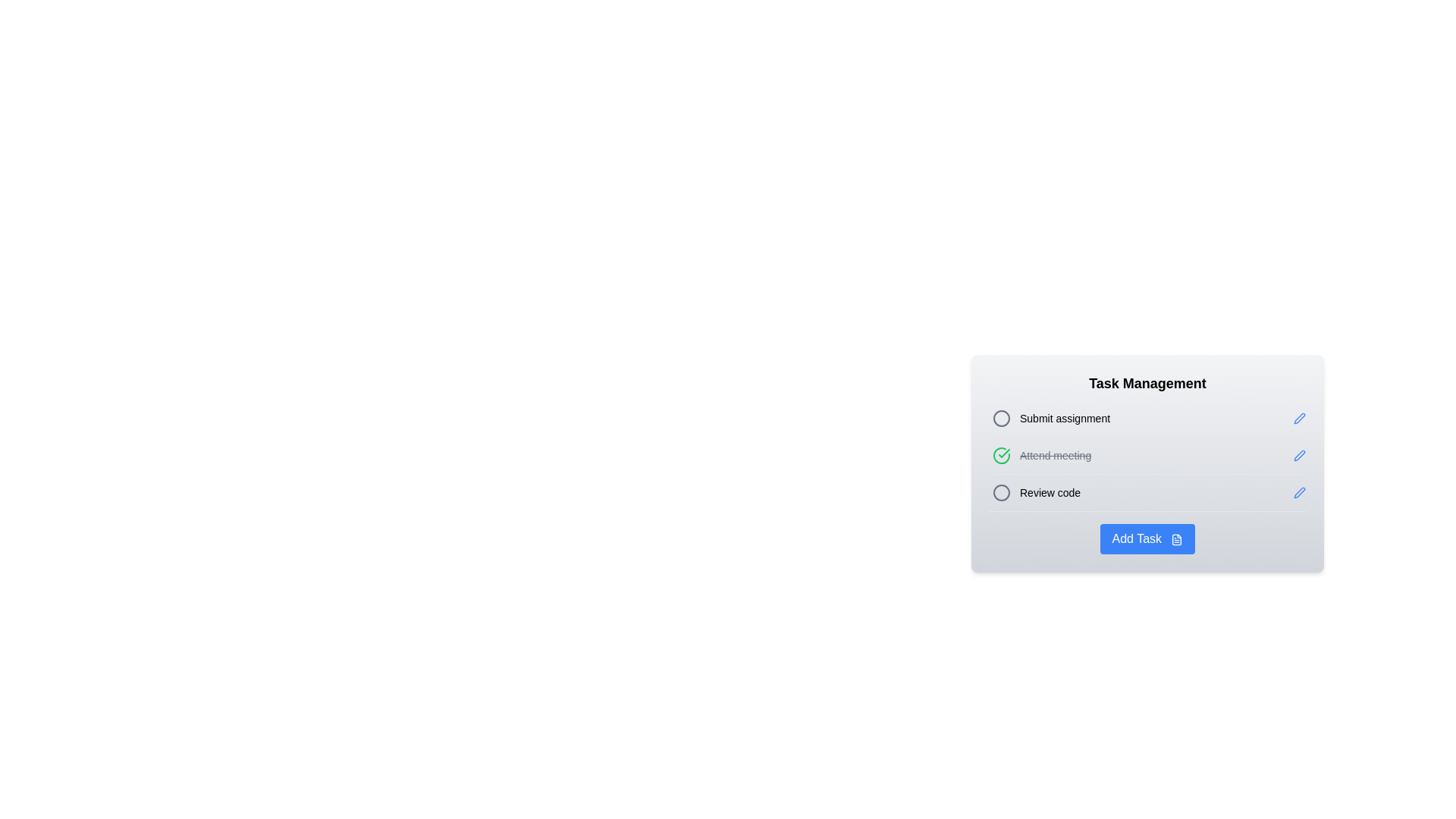 This screenshot has width=1456, height=819. Describe the element at coordinates (1147, 538) in the screenshot. I see `the blue rectangular button labeled 'Add Task' located at the bottom center of the 'Task Management' section` at that location.